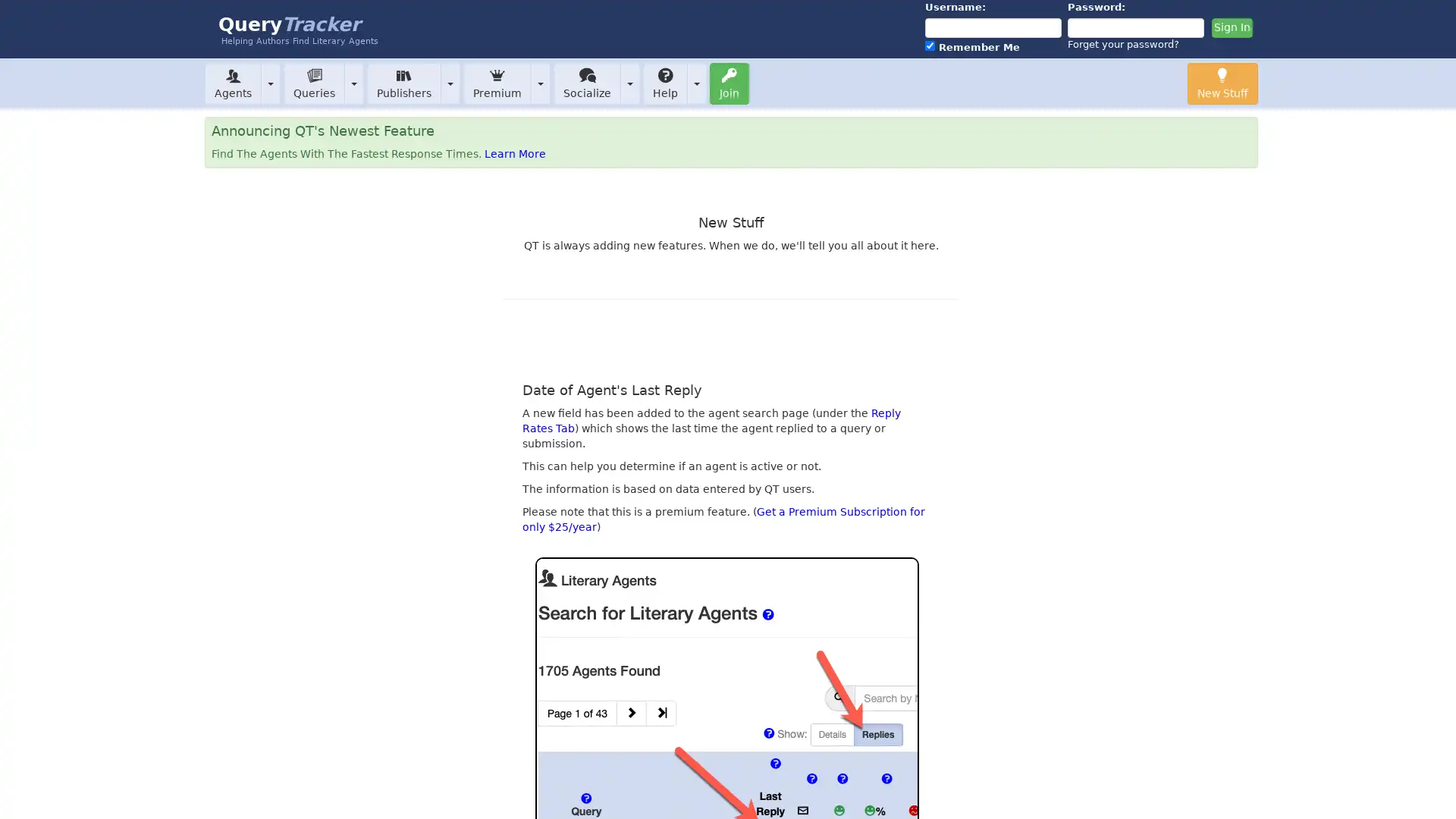 Image resolution: width=1456 pixels, height=819 pixels. What do you see at coordinates (695, 83) in the screenshot?
I see `Toggle Dropdown` at bounding box center [695, 83].